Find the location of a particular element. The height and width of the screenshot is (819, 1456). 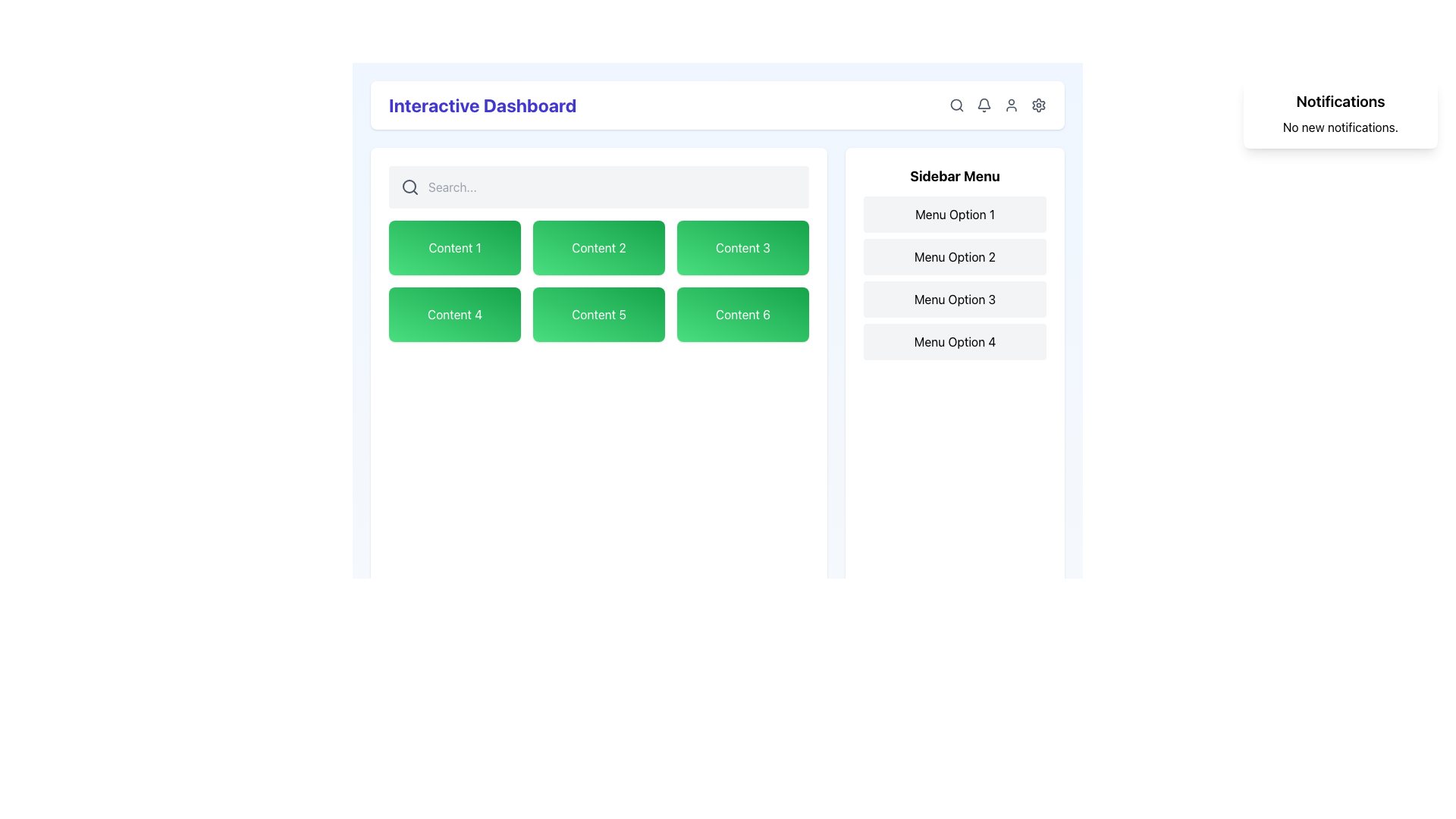

the fifth card element in the grid layout located in the second row and second column, positioned under the search bar is located at coordinates (598, 314).